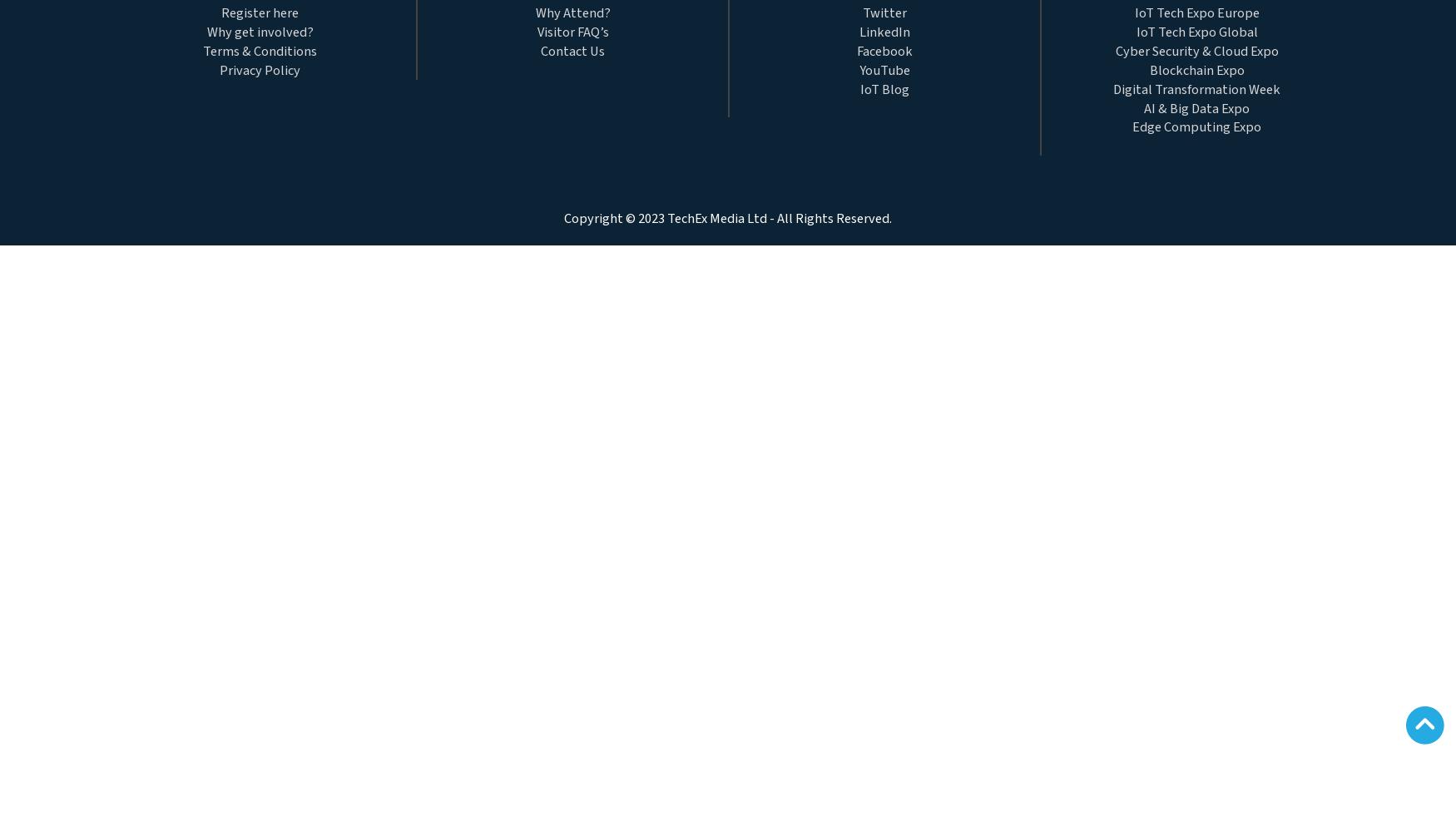 This screenshot has width=1456, height=832. I want to click on 'Register here', so click(259, 13).